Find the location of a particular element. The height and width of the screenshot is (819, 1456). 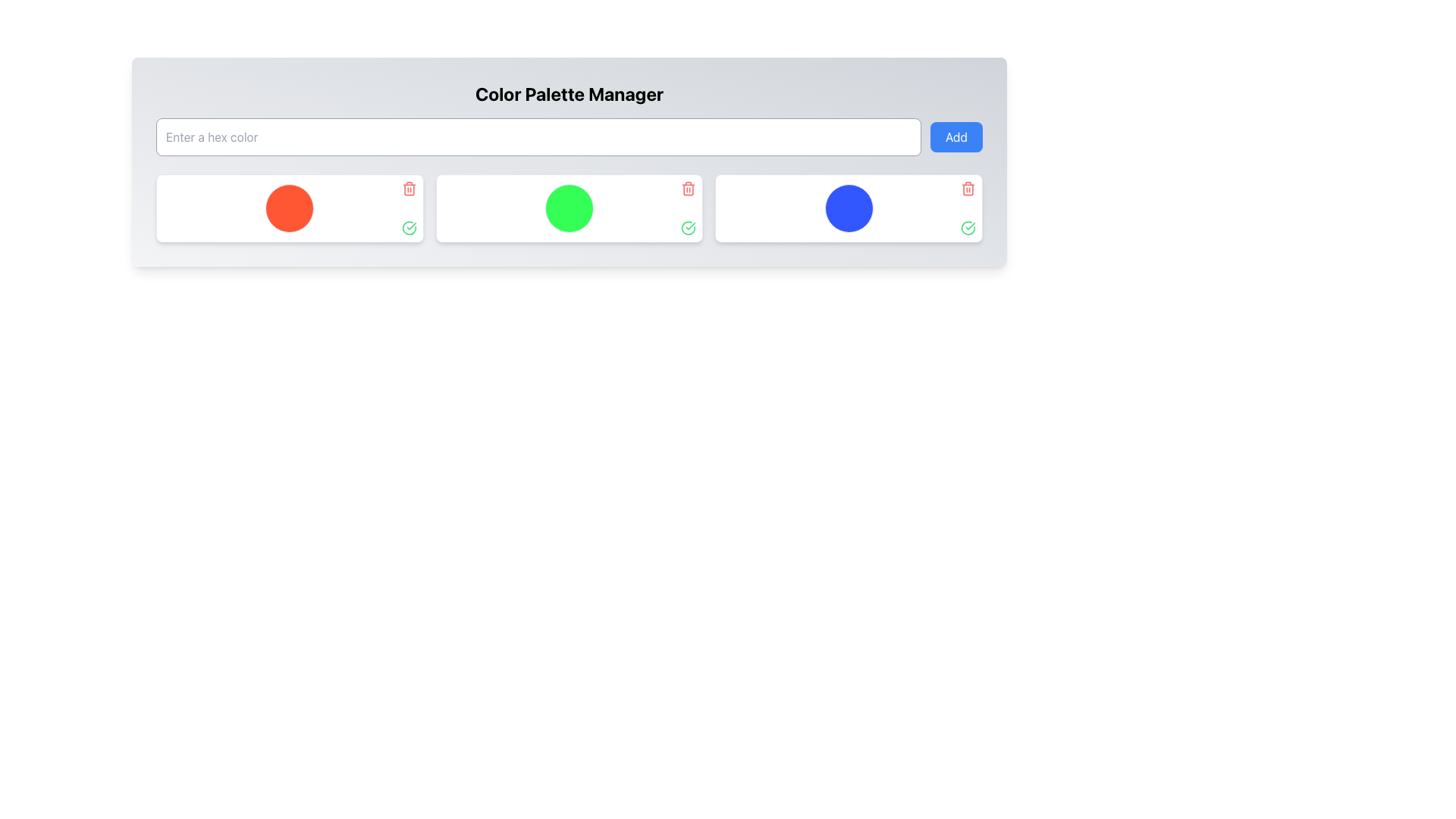

the icon button located in the bottom-right corner of the card containing the green circle is located at coordinates (409, 227).